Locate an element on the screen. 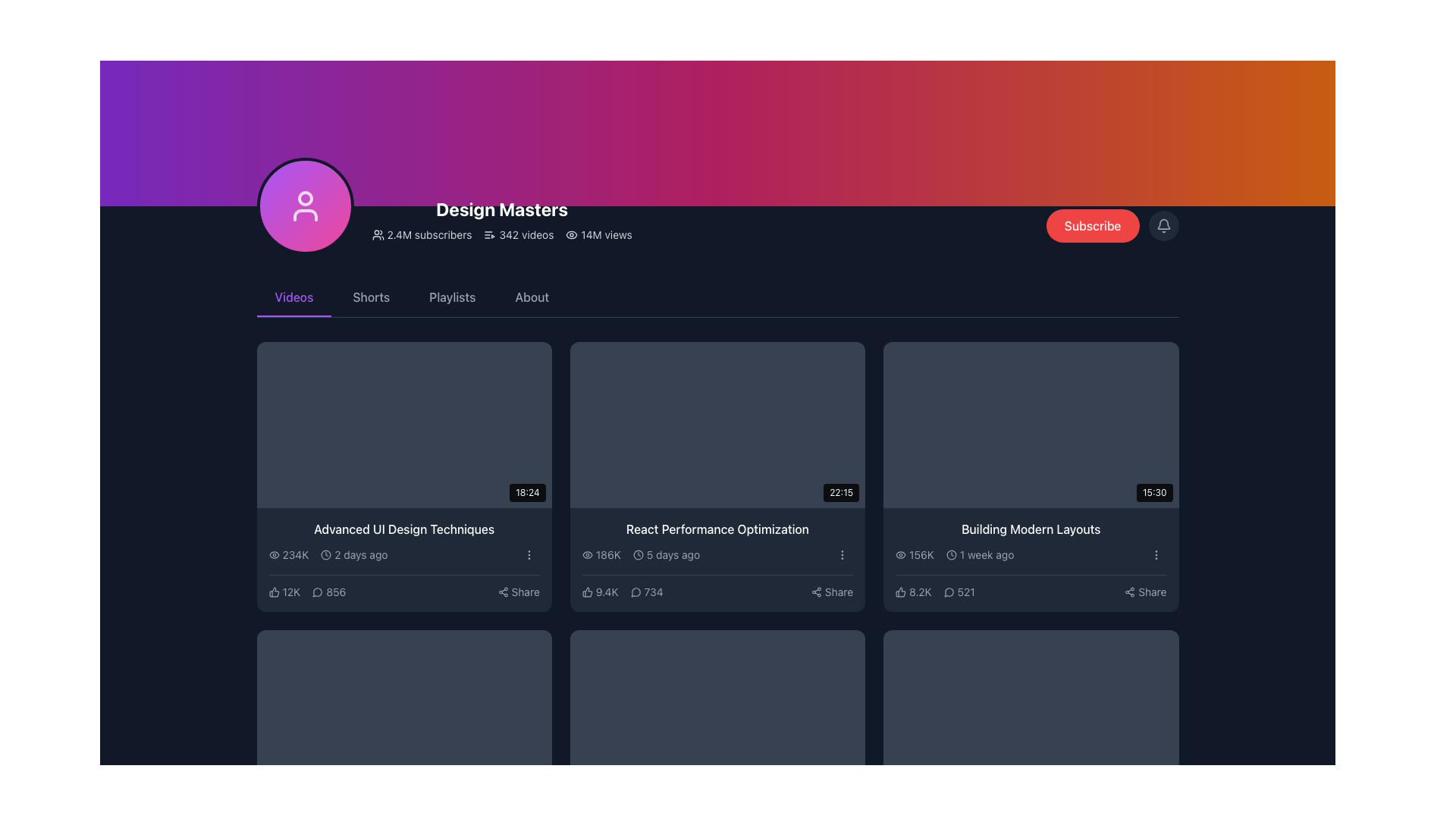 The width and height of the screenshot is (1456, 819). the button located at the rightmost end of the video metadata bar for 'Advanced UI Design Techniques' is located at coordinates (529, 555).